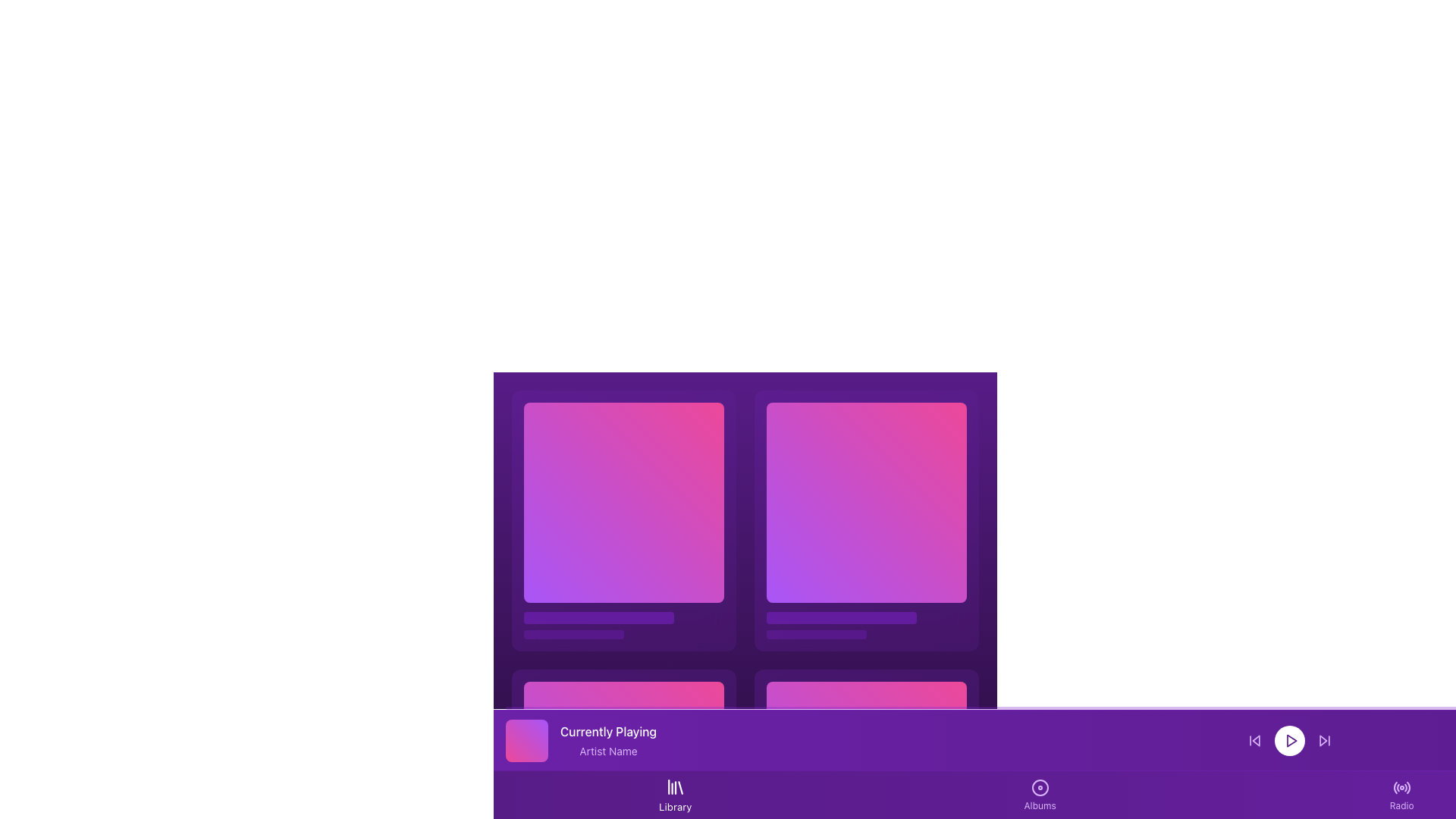  Describe the element at coordinates (623, 519) in the screenshot. I see `the first hoverable card in the 2x2 grid structure located in the top-left corner` at that location.